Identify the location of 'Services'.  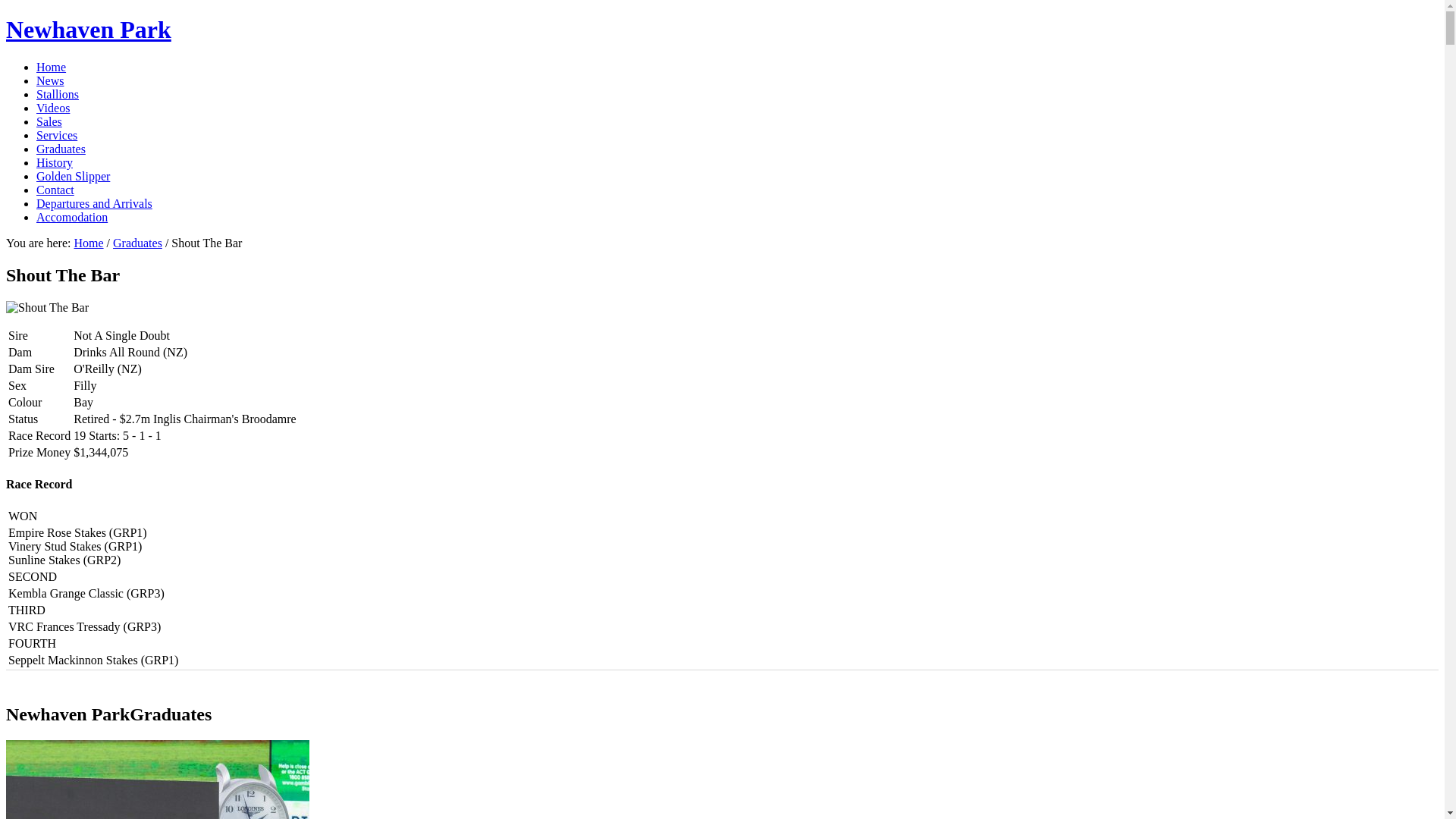
(36, 134).